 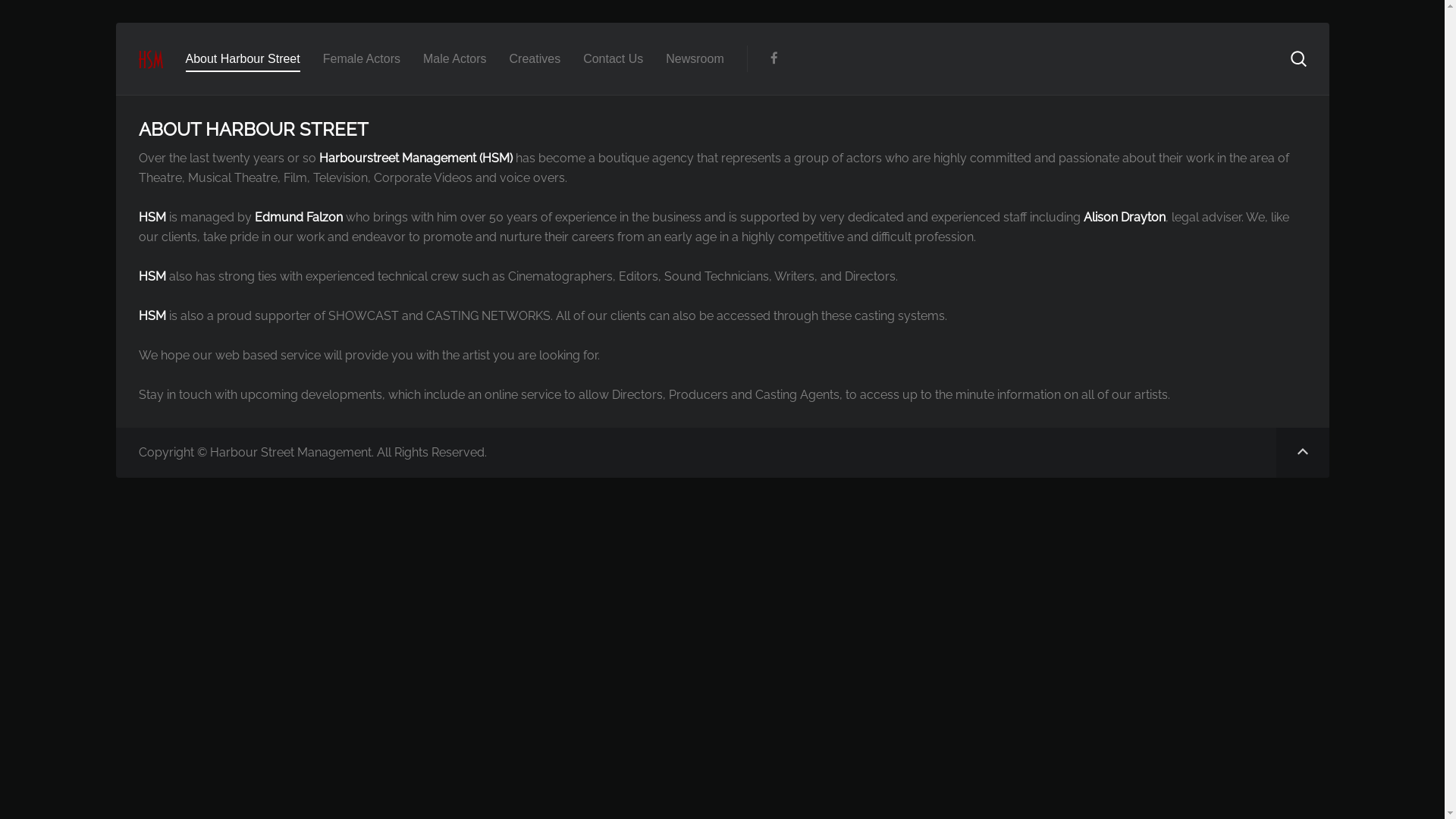 I want to click on 'Contact Us', so click(x=613, y=58).